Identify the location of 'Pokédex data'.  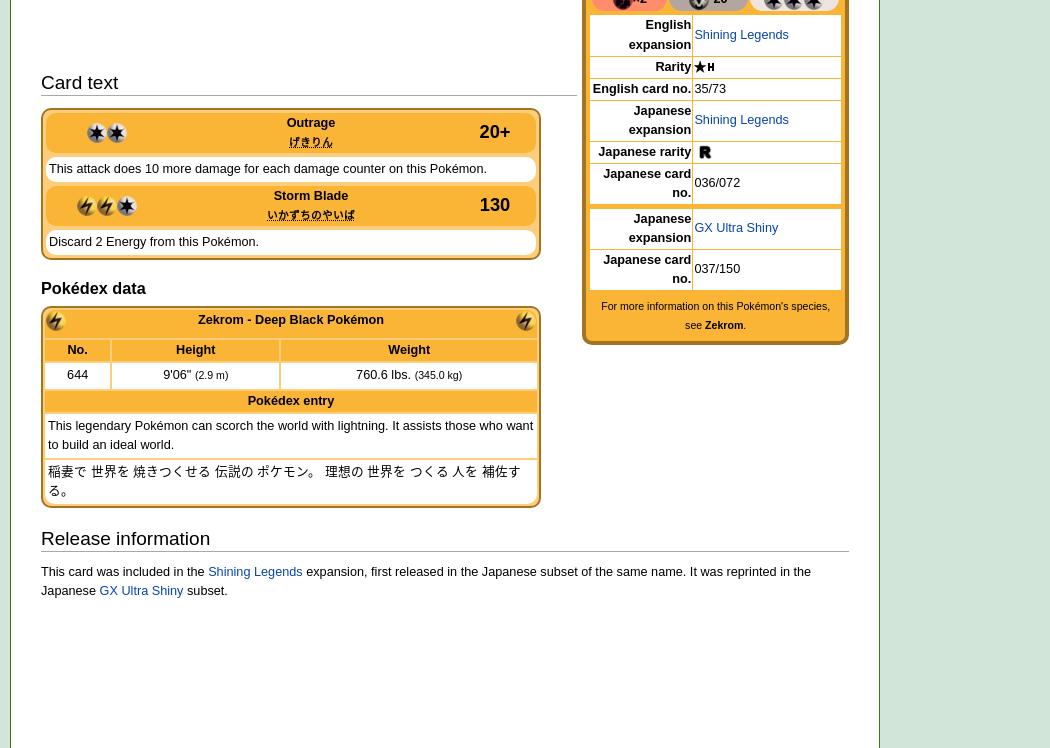
(93, 287).